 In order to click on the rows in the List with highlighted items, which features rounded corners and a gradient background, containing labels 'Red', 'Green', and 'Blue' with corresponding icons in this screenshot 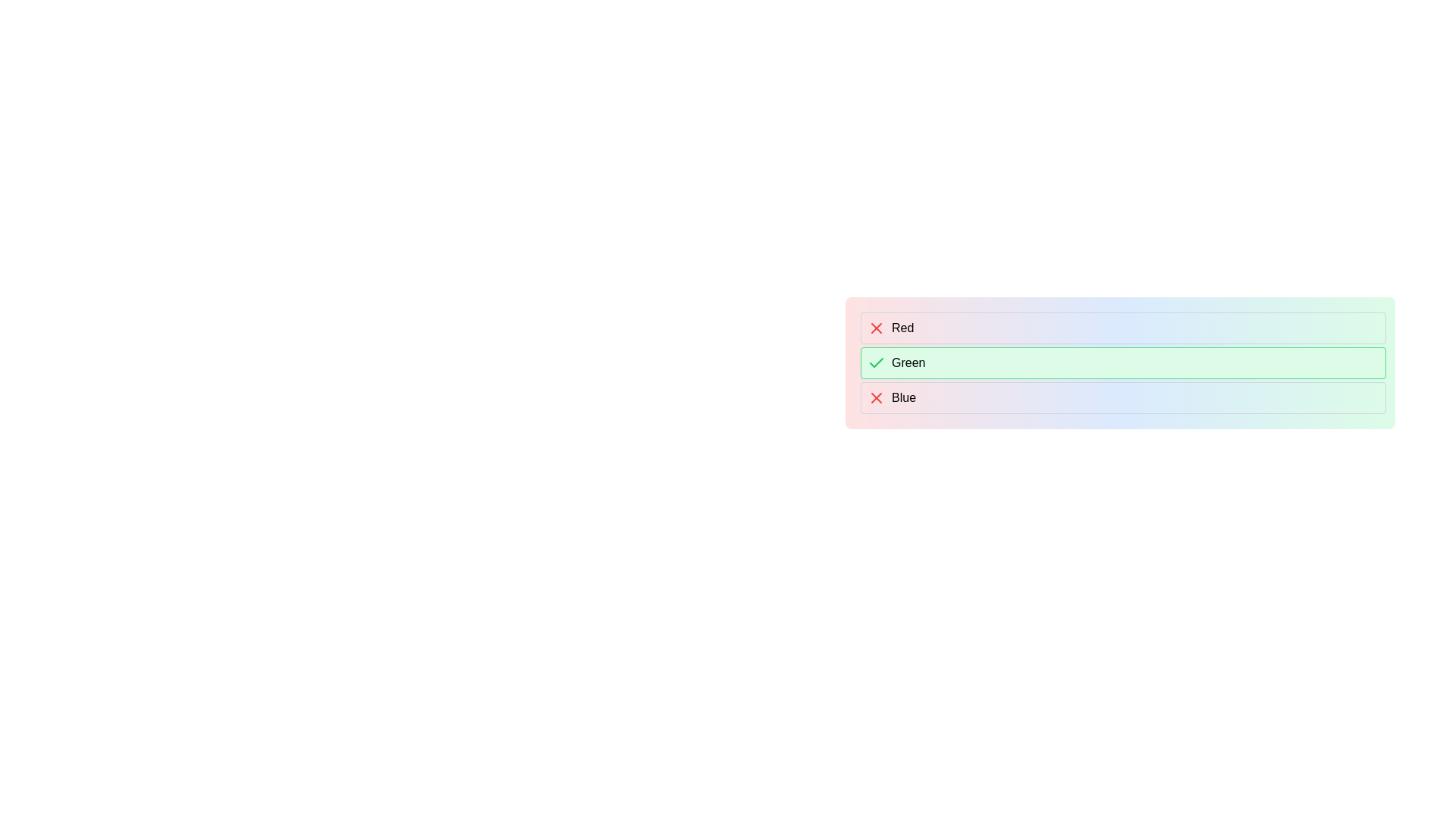, I will do `click(1120, 362)`.